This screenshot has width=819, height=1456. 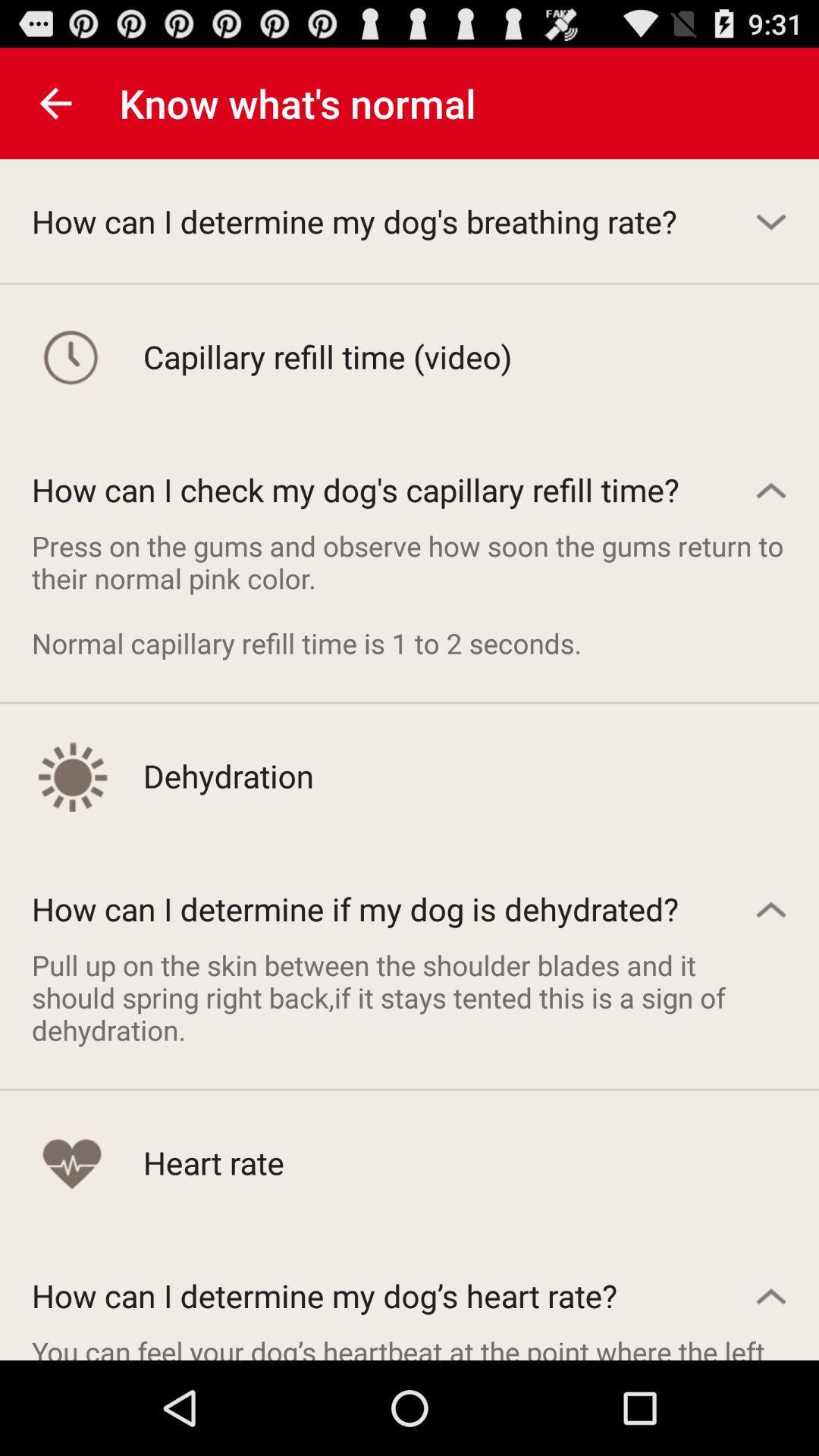 What do you see at coordinates (55, 102) in the screenshot?
I see `item next to the know what s` at bounding box center [55, 102].